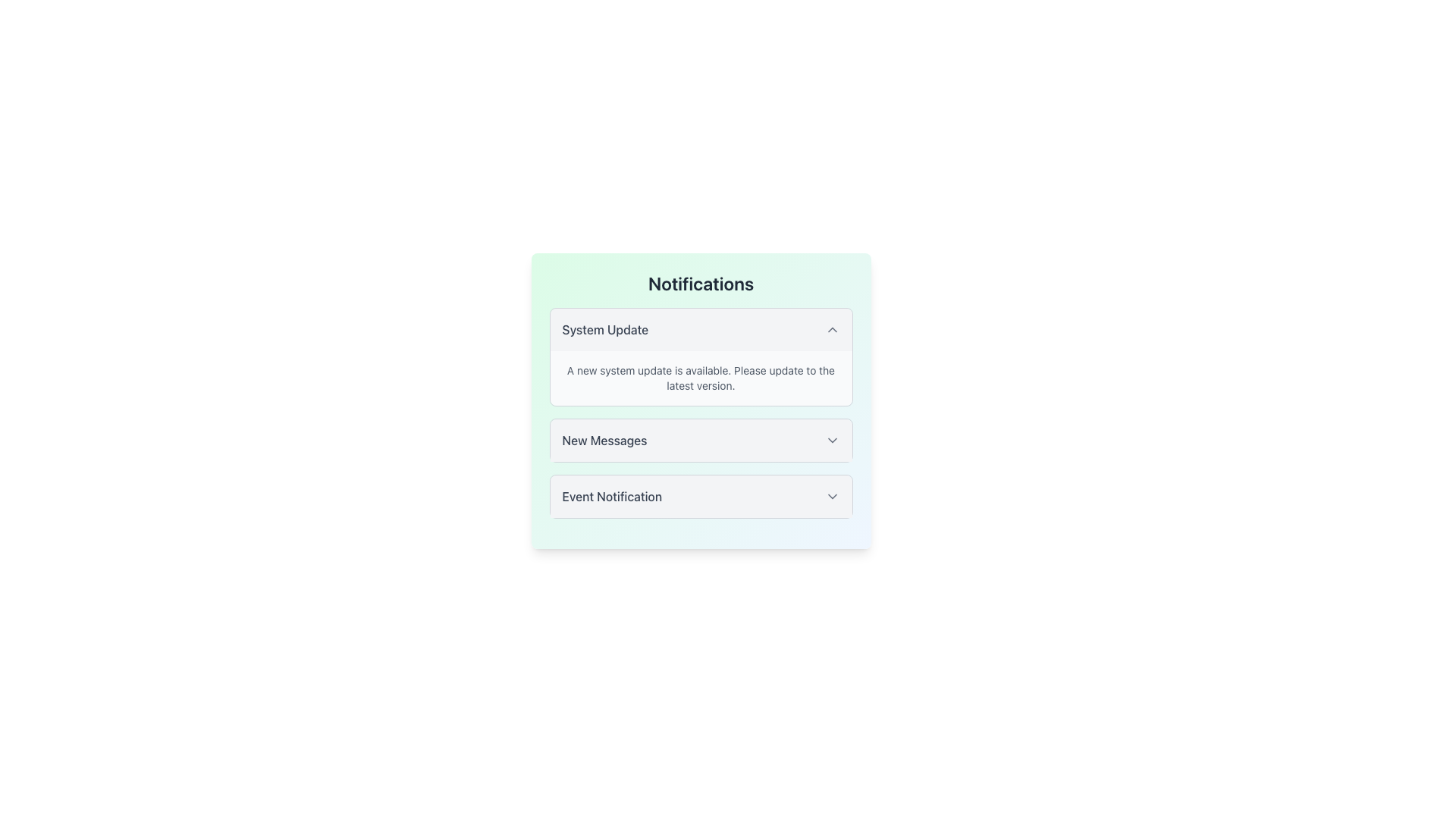  Describe the element at coordinates (700, 377) in the screenshot. I see `static text that informs about the system update, which is located in the 'System Update' section under the 'Notifications' header` at that location.